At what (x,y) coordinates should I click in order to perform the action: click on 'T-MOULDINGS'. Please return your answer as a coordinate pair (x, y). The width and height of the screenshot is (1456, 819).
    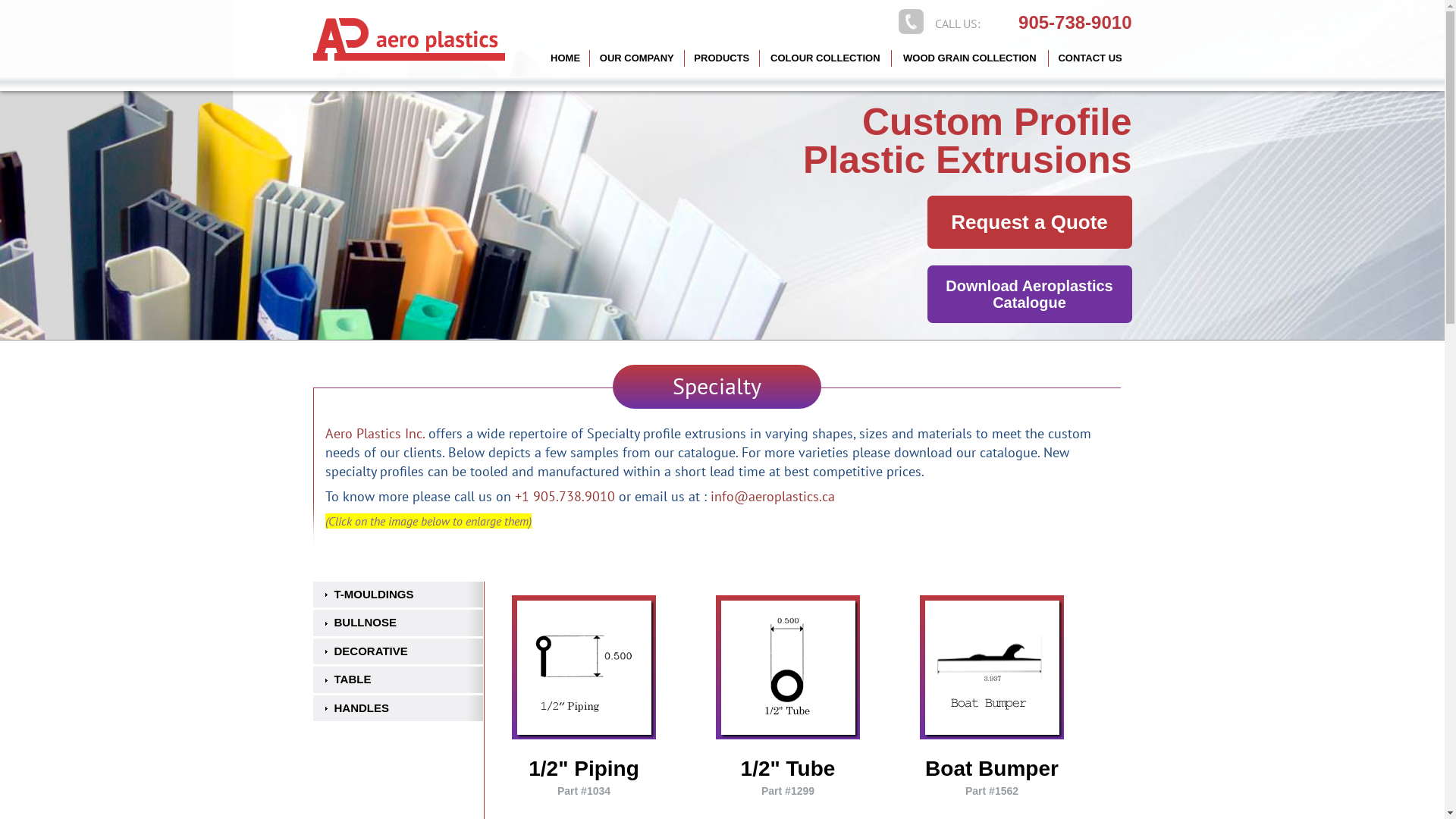
    Looking at the image, I should click on (397, 594).